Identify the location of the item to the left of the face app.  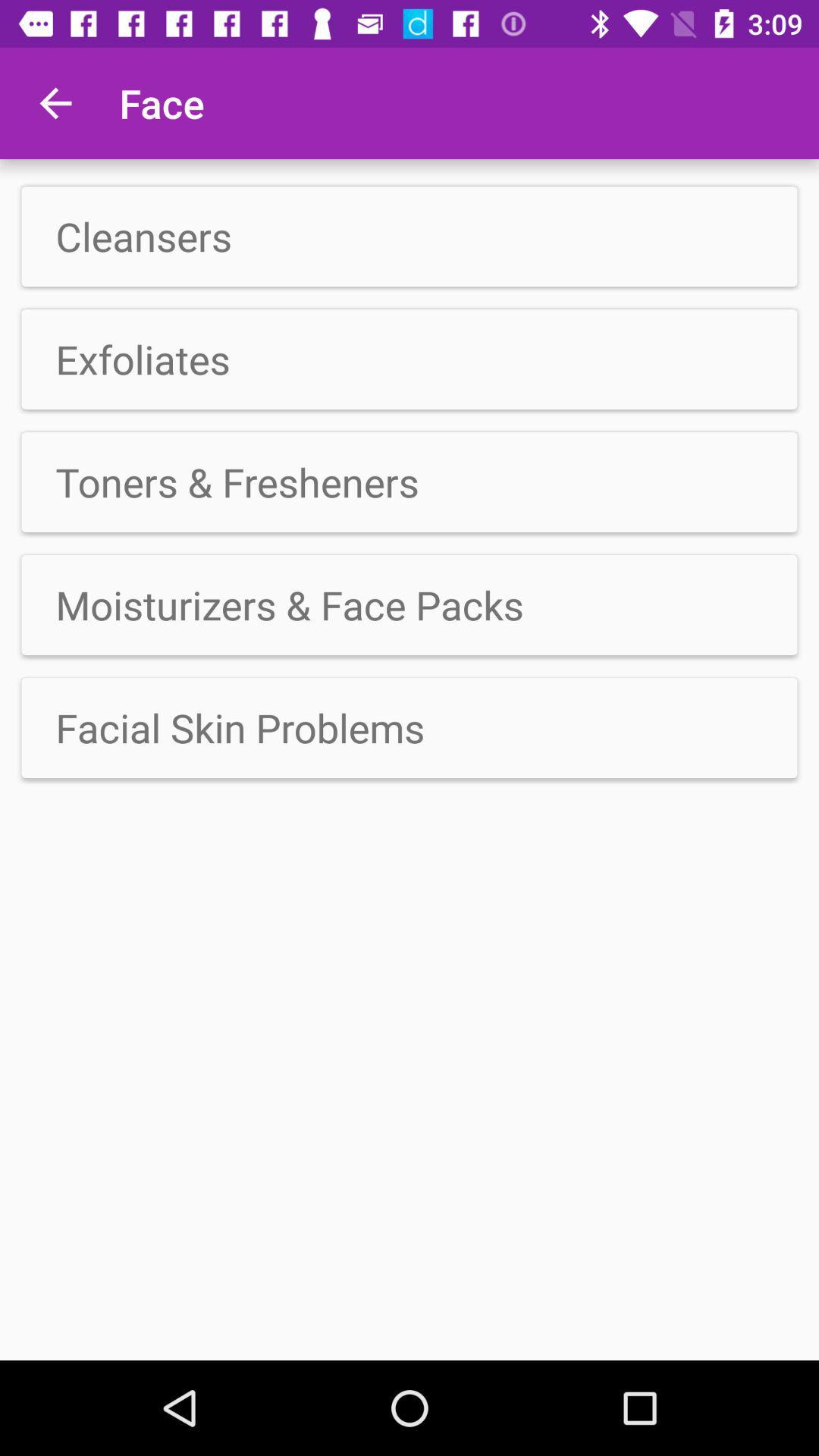
(55, 102).